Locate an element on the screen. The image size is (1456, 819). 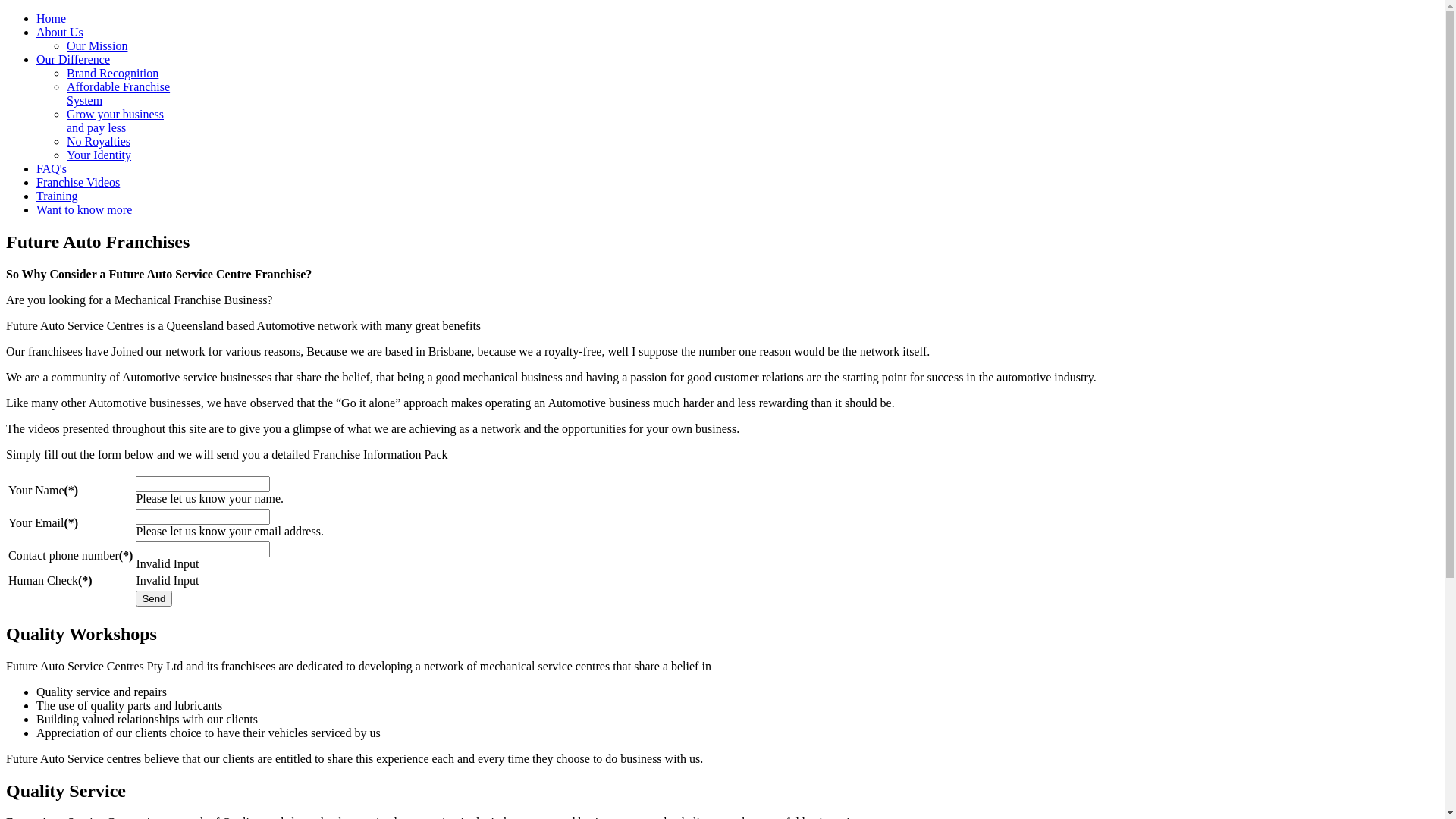
'Our Difference' is located at coordinates (72, 58).